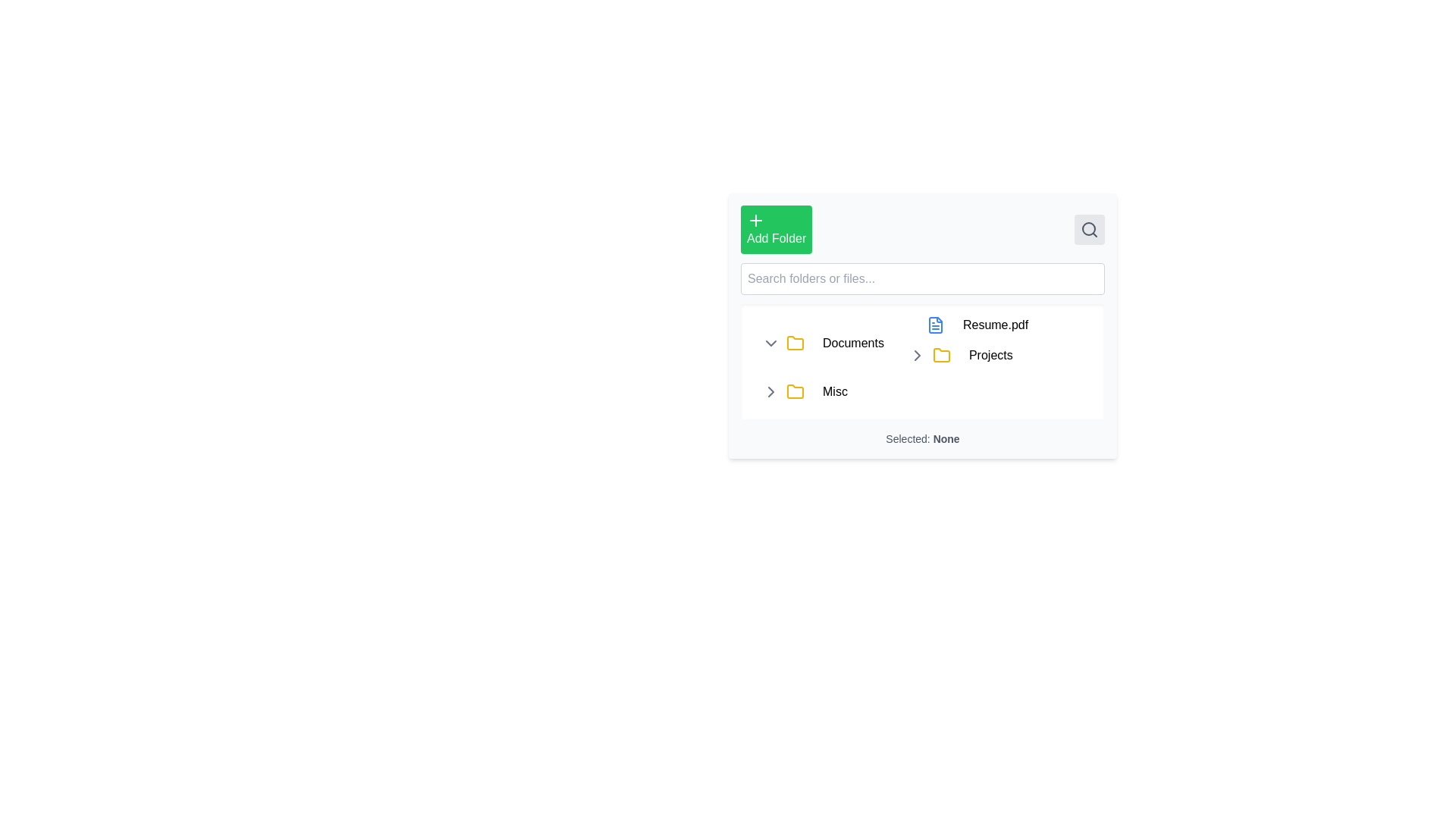 Image resolution: width=1456 pixels, height=819 pixels. What do you see at coordinates (971, 356) in the screenshot?
I see `the yellow folder icon labeled 'Projects' located under the 'Documents' section` at bounding box center [971, 356].